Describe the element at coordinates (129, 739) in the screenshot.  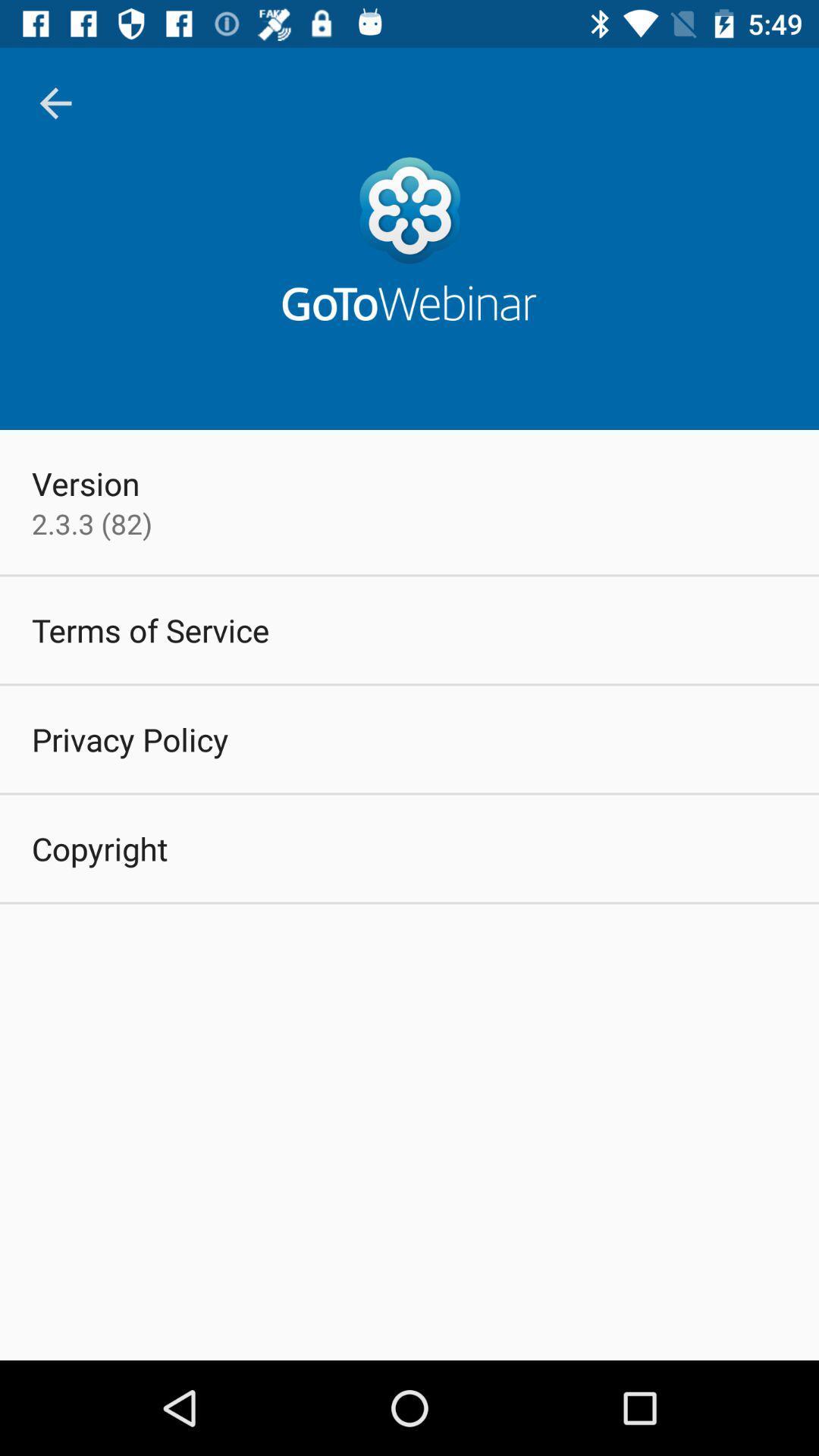
I see `privacy policy` at that location.